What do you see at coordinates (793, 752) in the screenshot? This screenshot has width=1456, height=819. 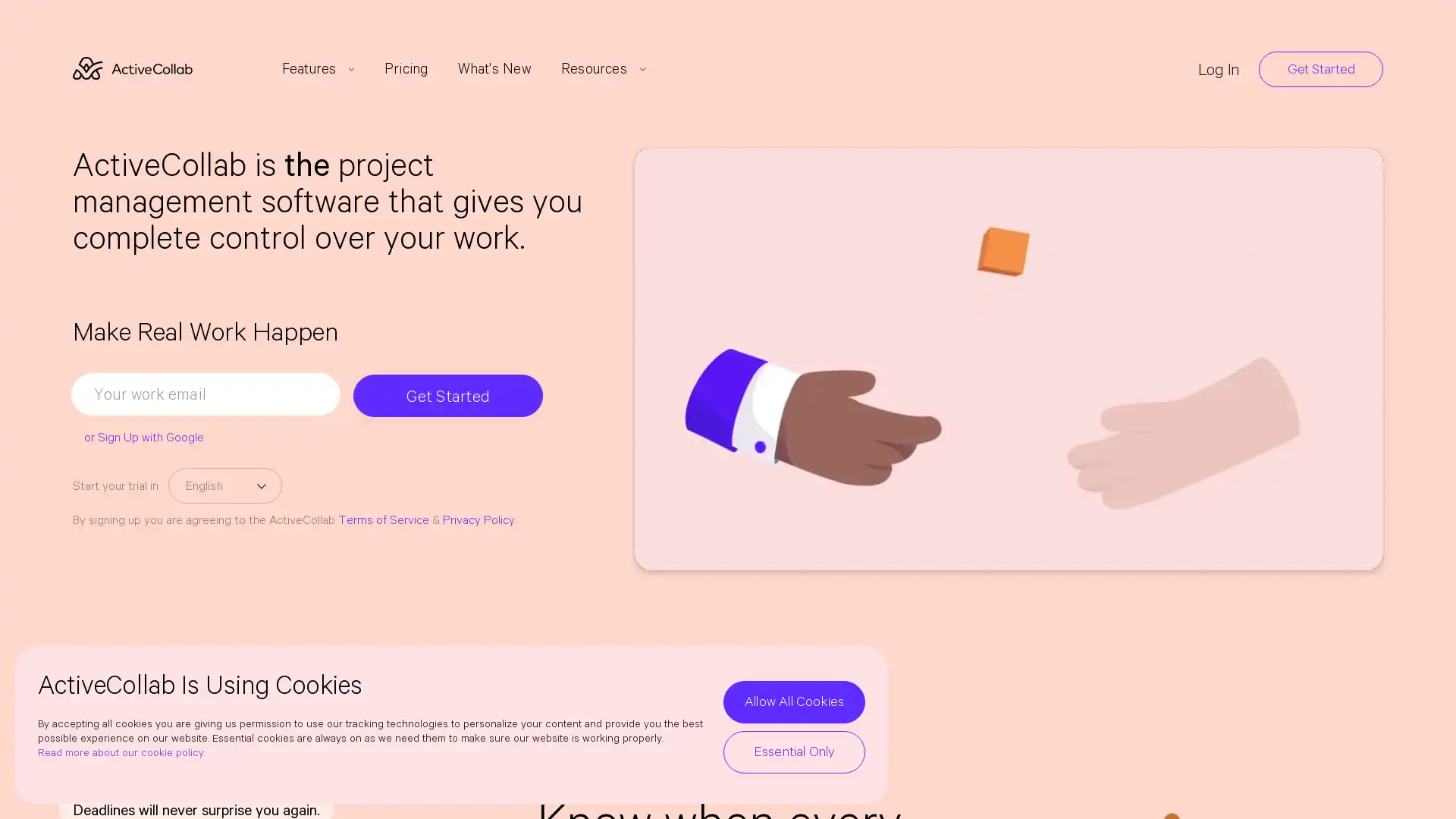 I see `Essential Only` at bounding box center [793, 752].